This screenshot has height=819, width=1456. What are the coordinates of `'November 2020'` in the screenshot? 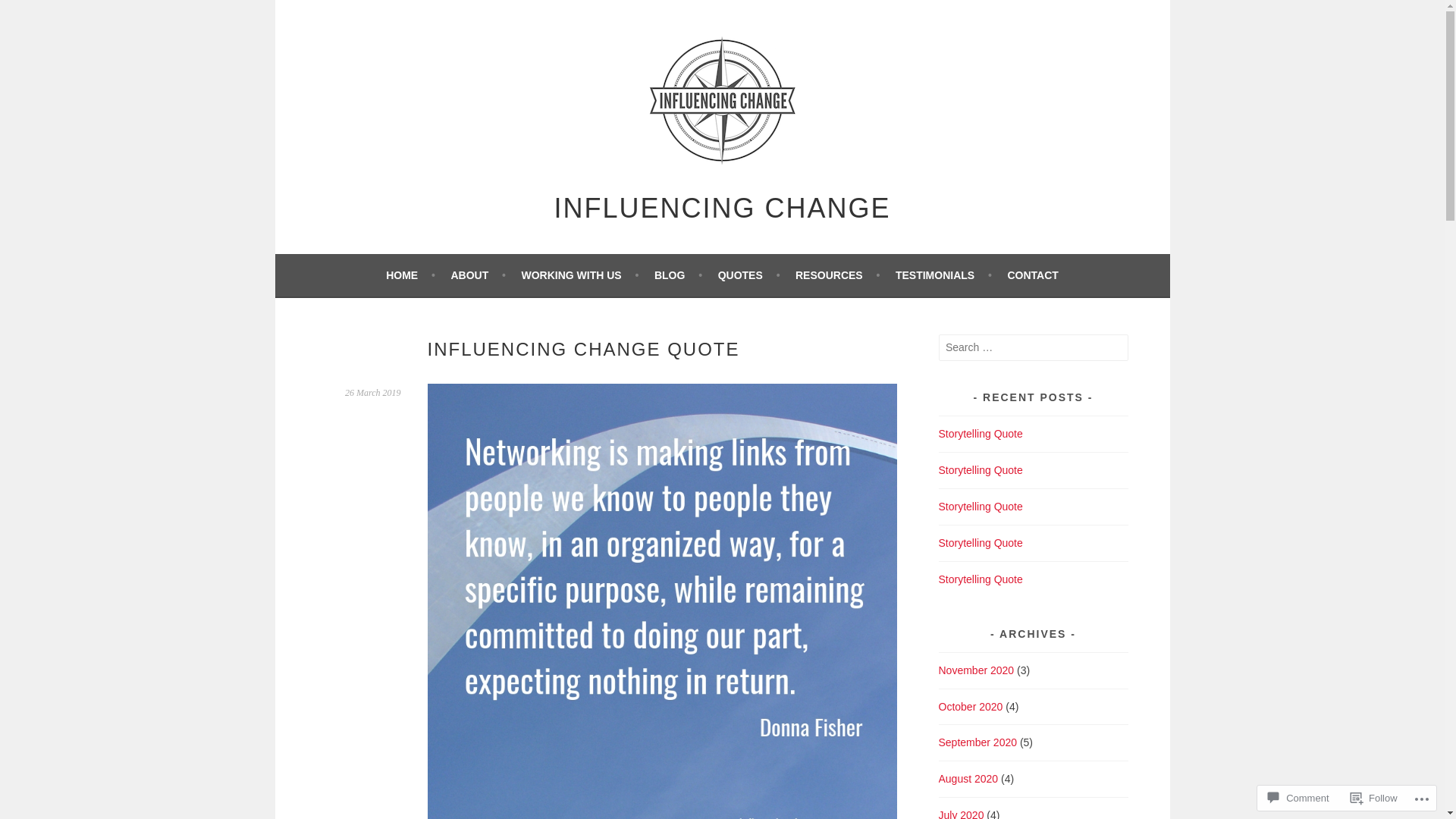 It's located at (938, 669).